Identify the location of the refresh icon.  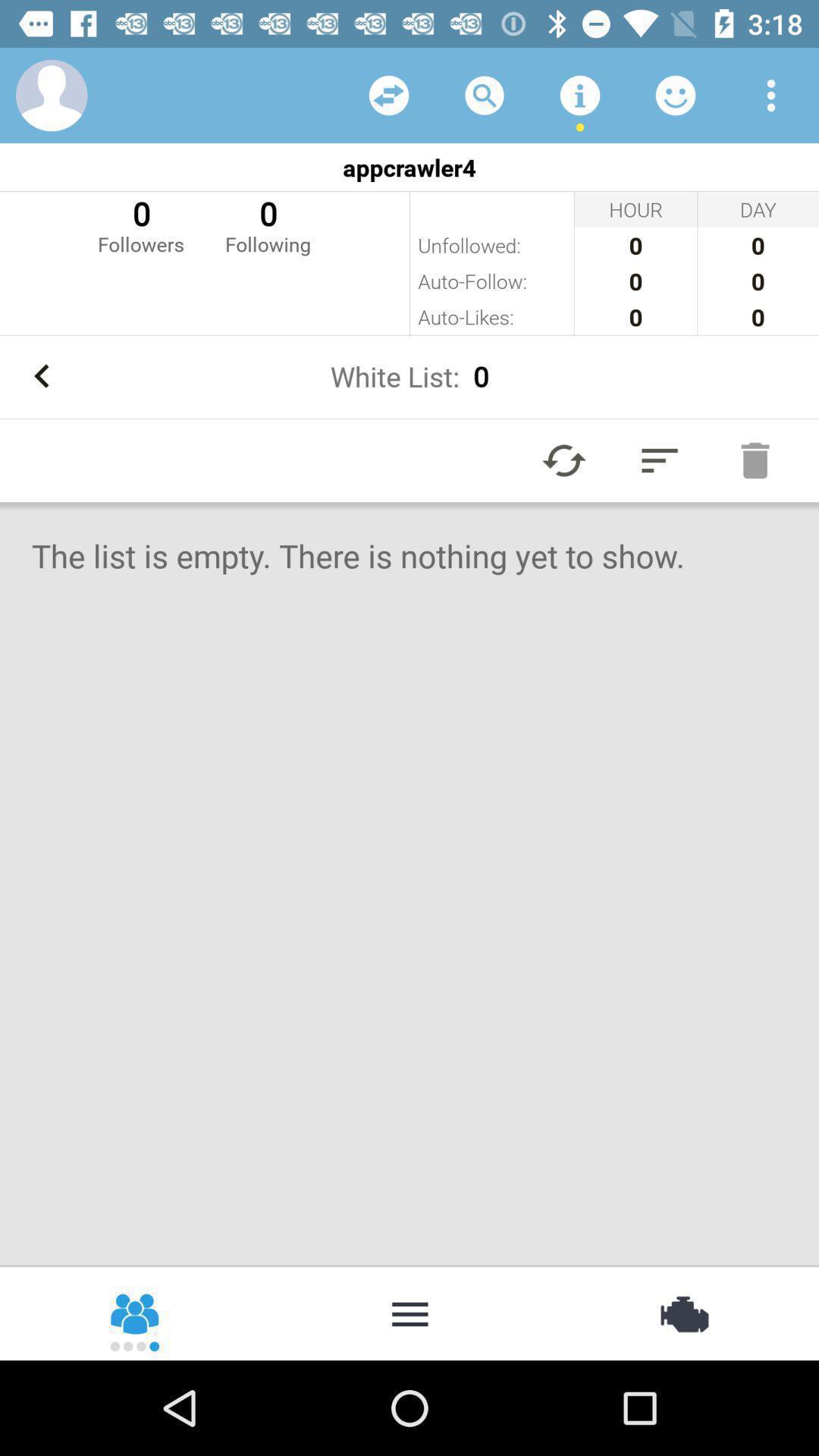
(564, 460).